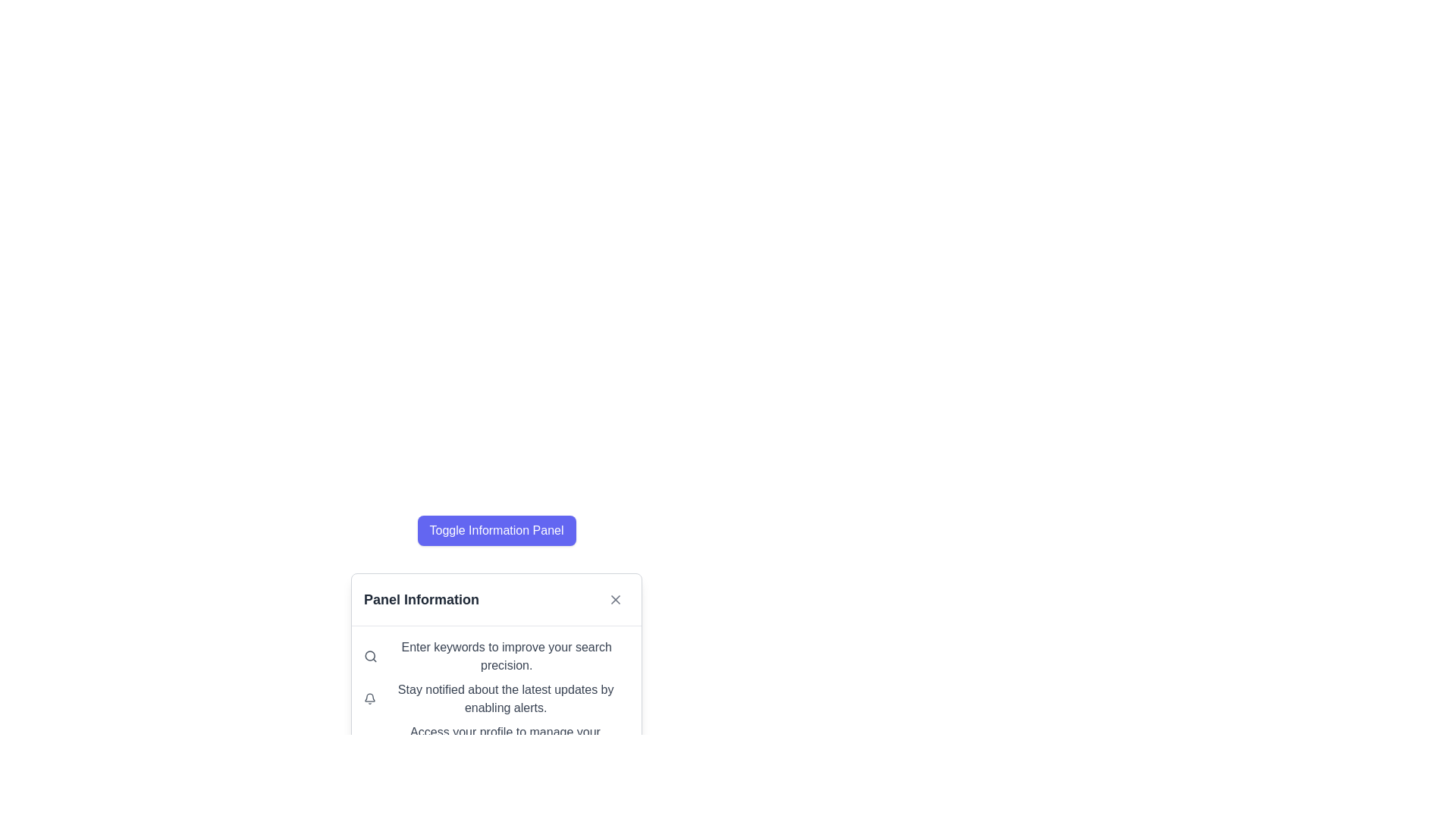 The width and height of the screenshot is (1456, 819). Describe the element at coordinates (615, 598) in the screenshot. I see `the 'X' icon button located at the top-right corner of the 'Panel Information' card to observe its hover effect` at that location.